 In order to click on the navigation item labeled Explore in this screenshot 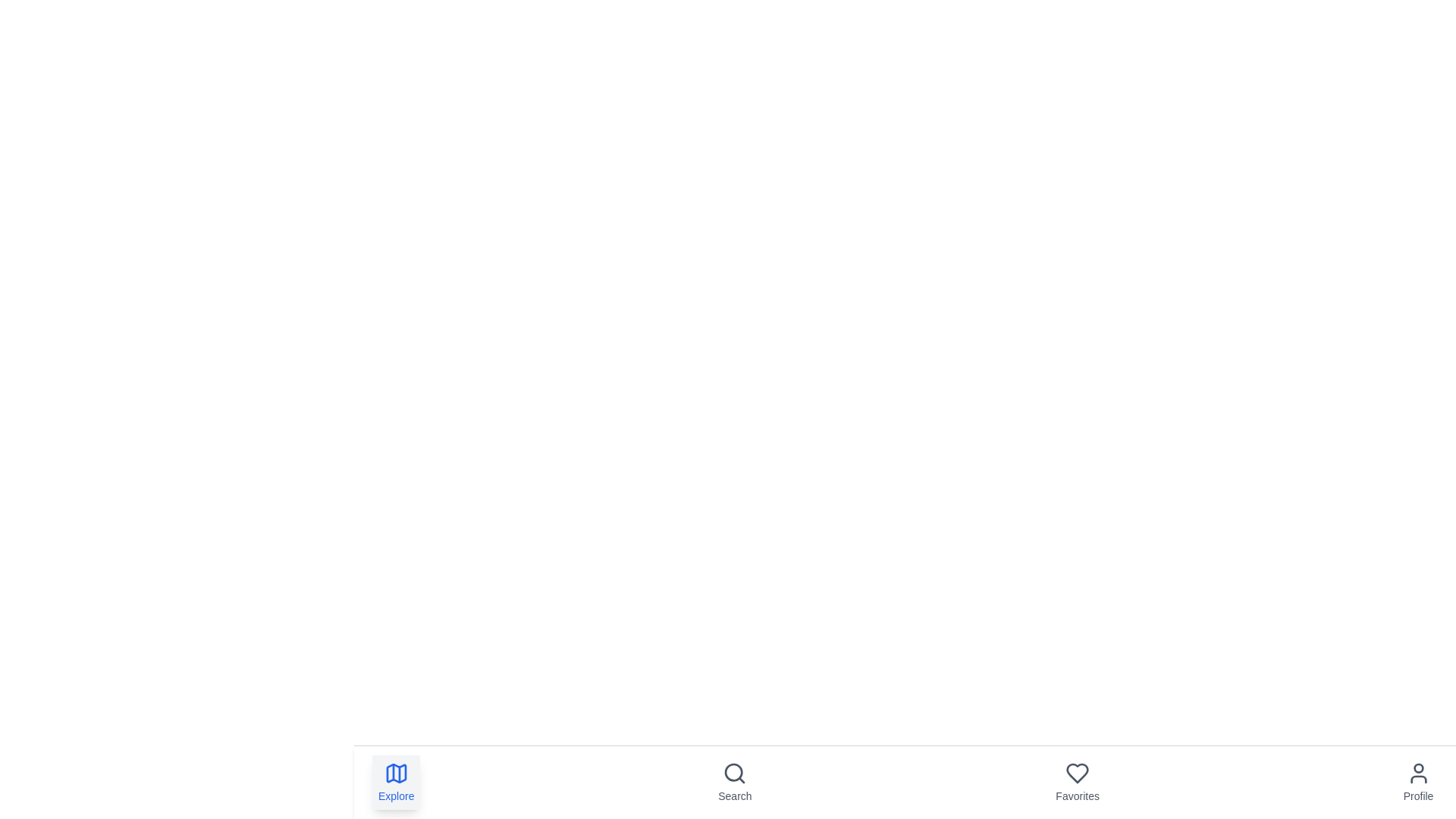, I will do `click(396, 783)`.